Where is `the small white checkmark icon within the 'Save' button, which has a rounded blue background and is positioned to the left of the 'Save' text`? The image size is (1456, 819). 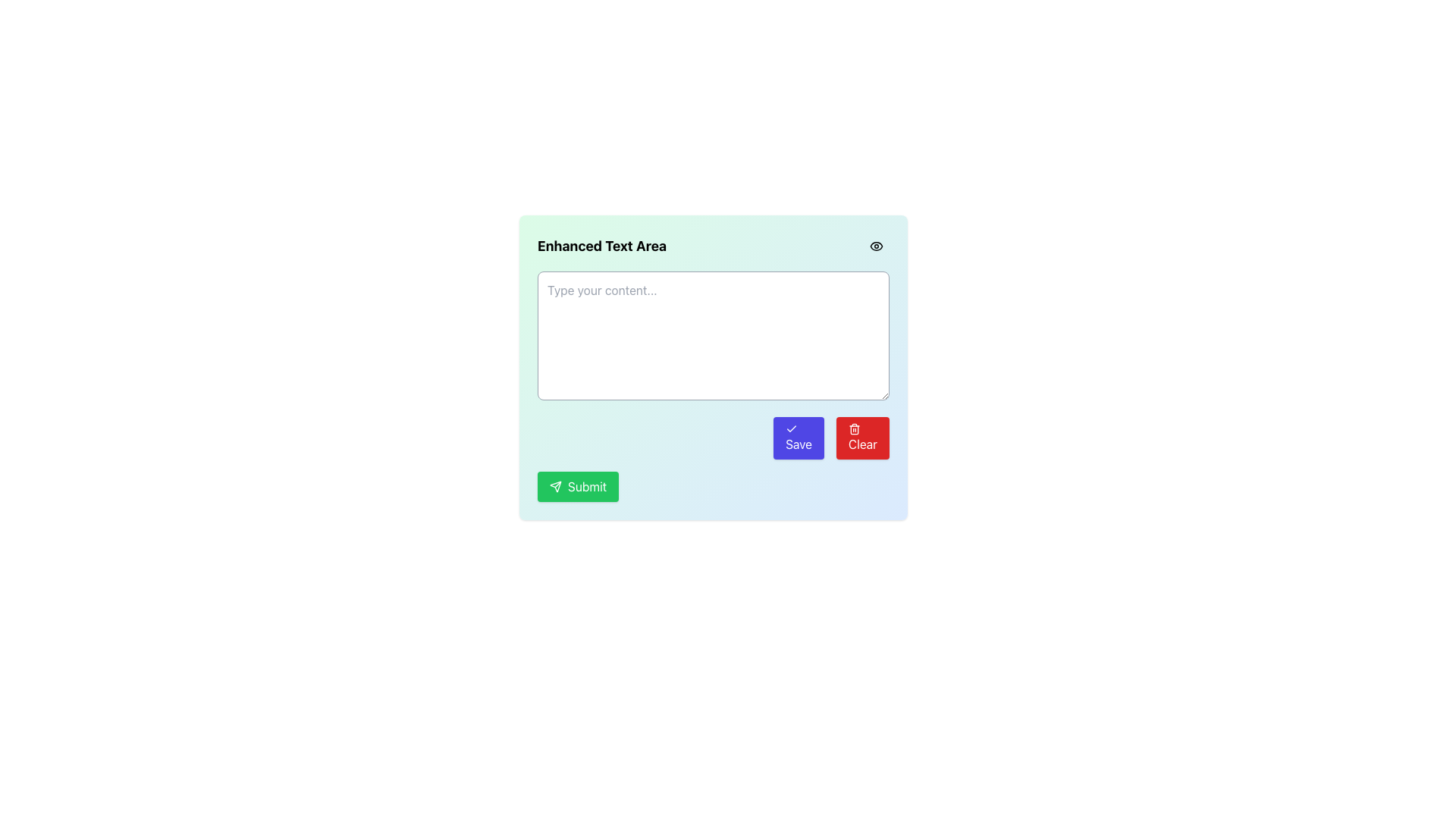 the small white checkmark icon within the 'Save' button, which has a rounded blue background and is positioned to the left of the 'Save' text is located at coordinates (791, 429).